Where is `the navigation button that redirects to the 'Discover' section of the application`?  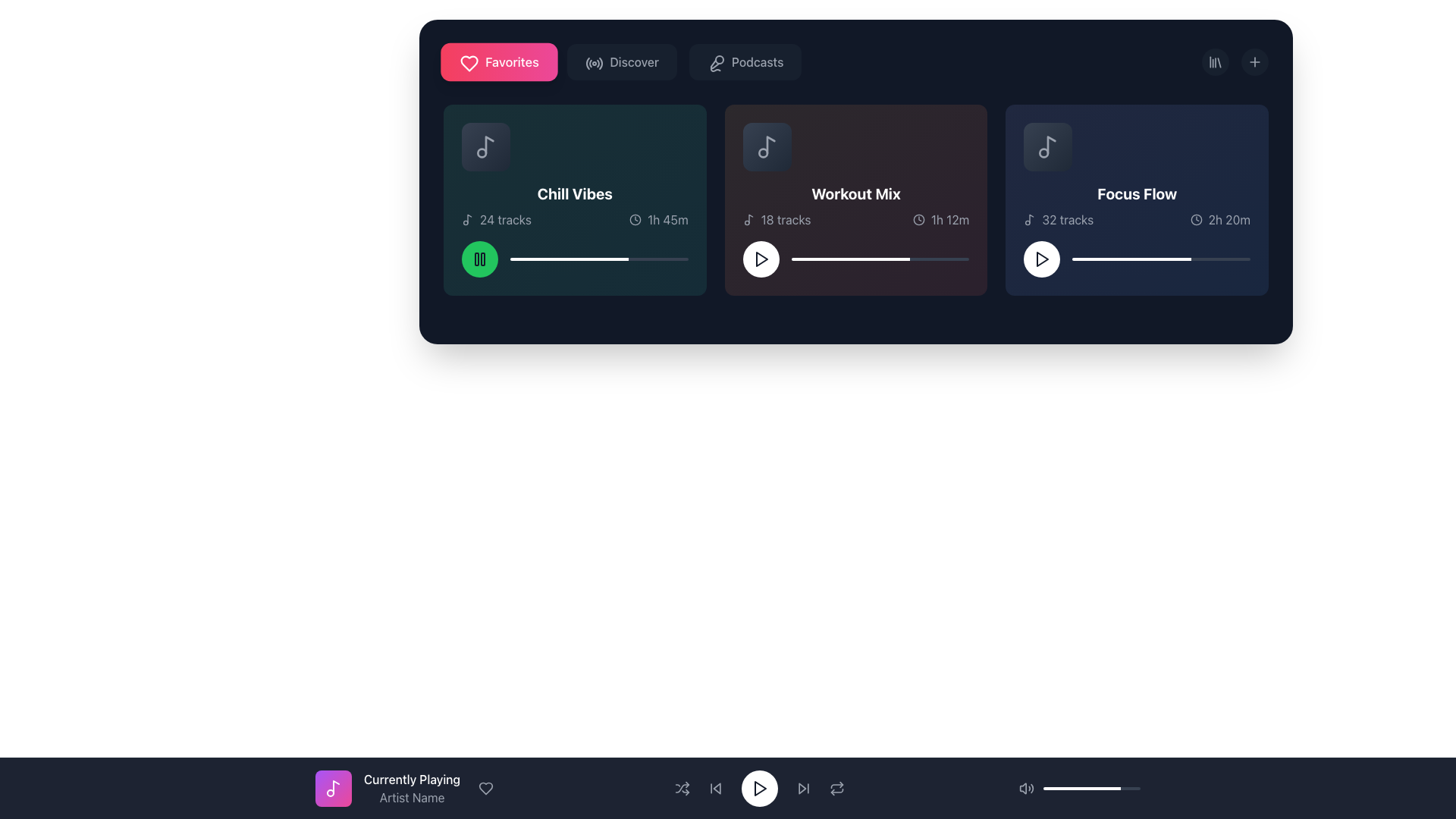 the navigation button that redirects to the 'Discover' section of the application is located at coordinates (622, 61).